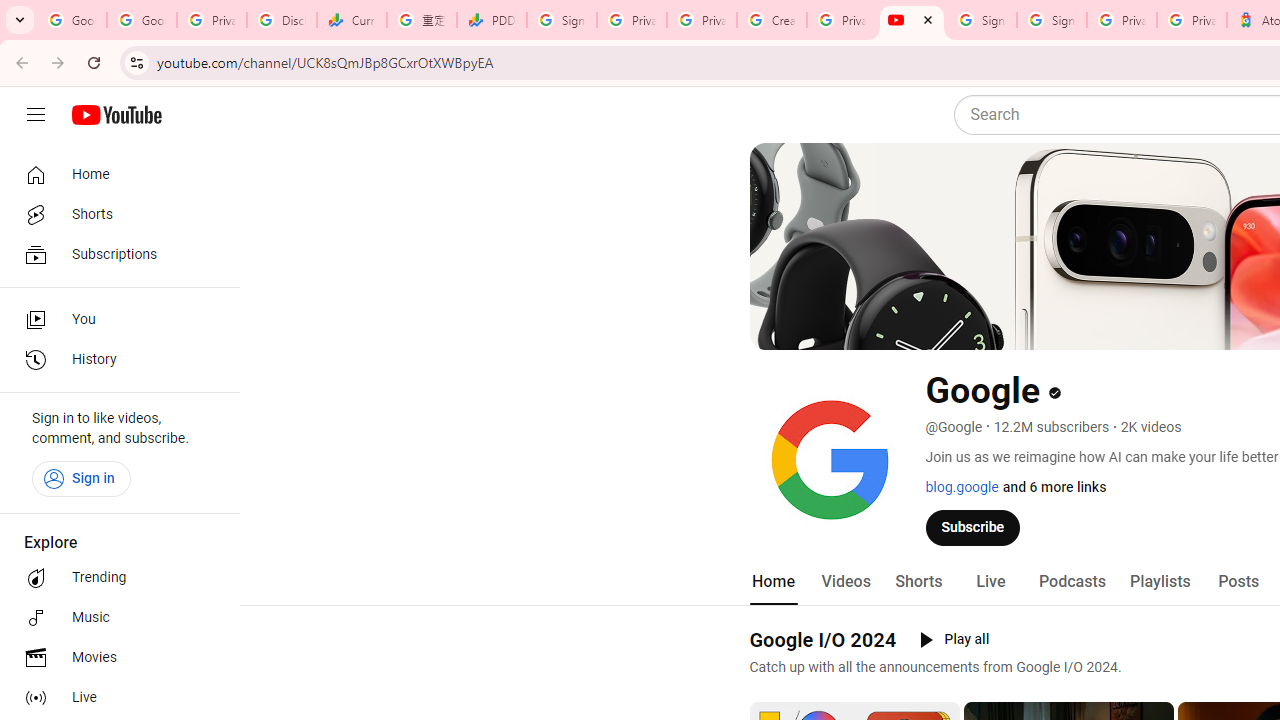  I want to click on 'Music', so click(112, 617).